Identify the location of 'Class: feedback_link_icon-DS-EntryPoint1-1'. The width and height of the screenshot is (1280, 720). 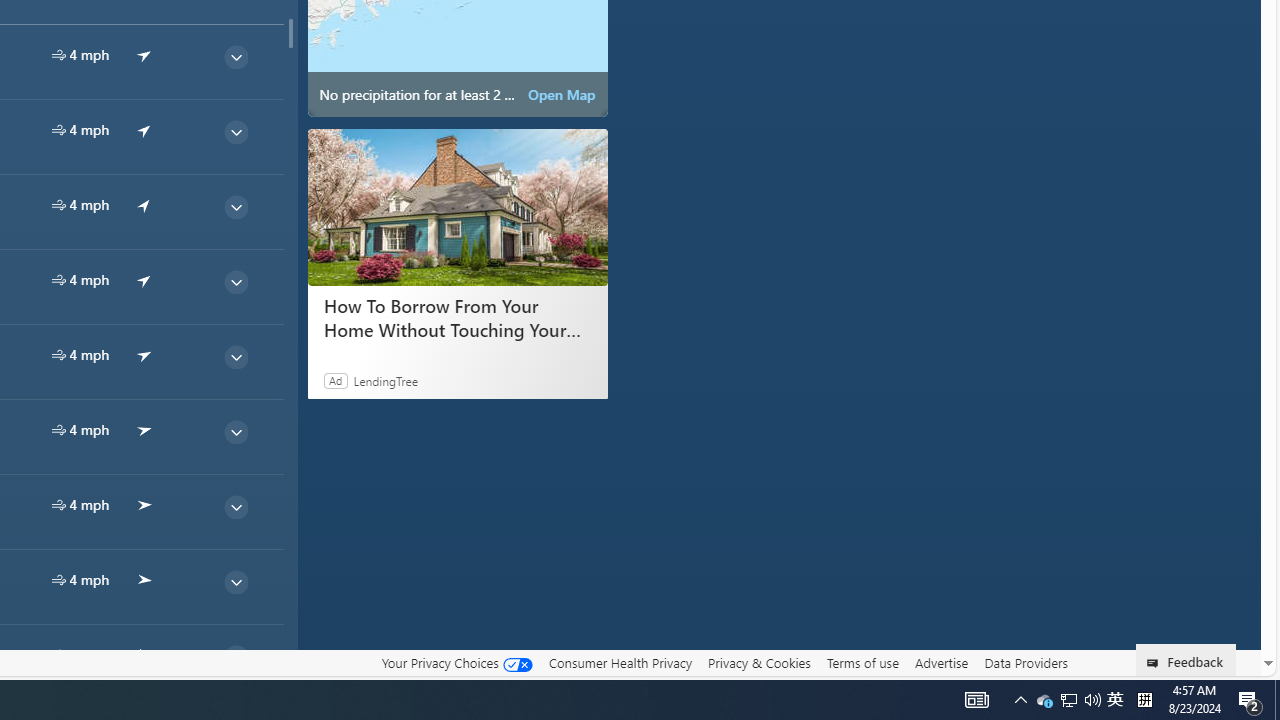
(1156, 663).